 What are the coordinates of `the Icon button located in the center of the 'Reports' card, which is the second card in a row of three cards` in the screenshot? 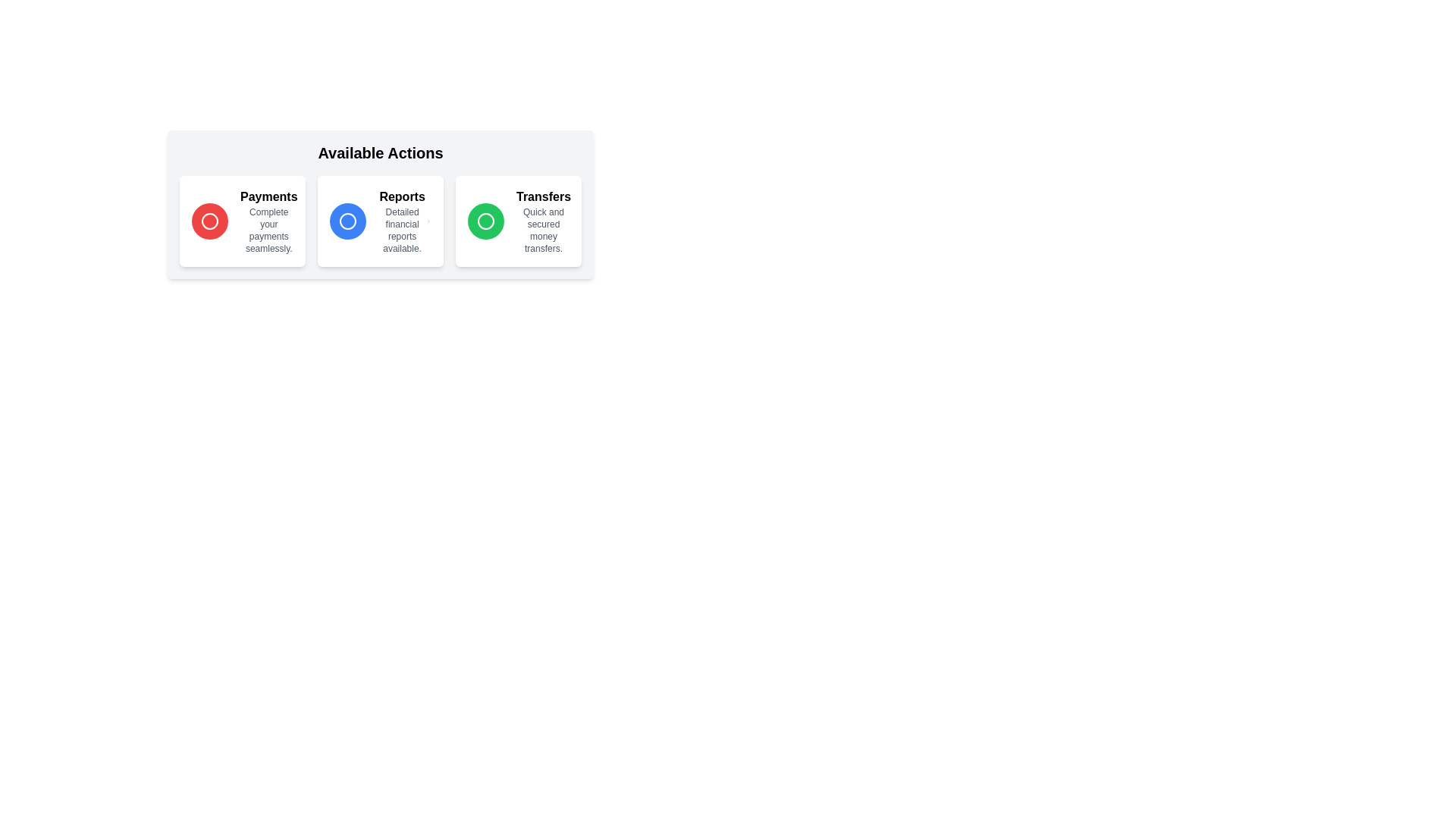 It's located at (347, 221).